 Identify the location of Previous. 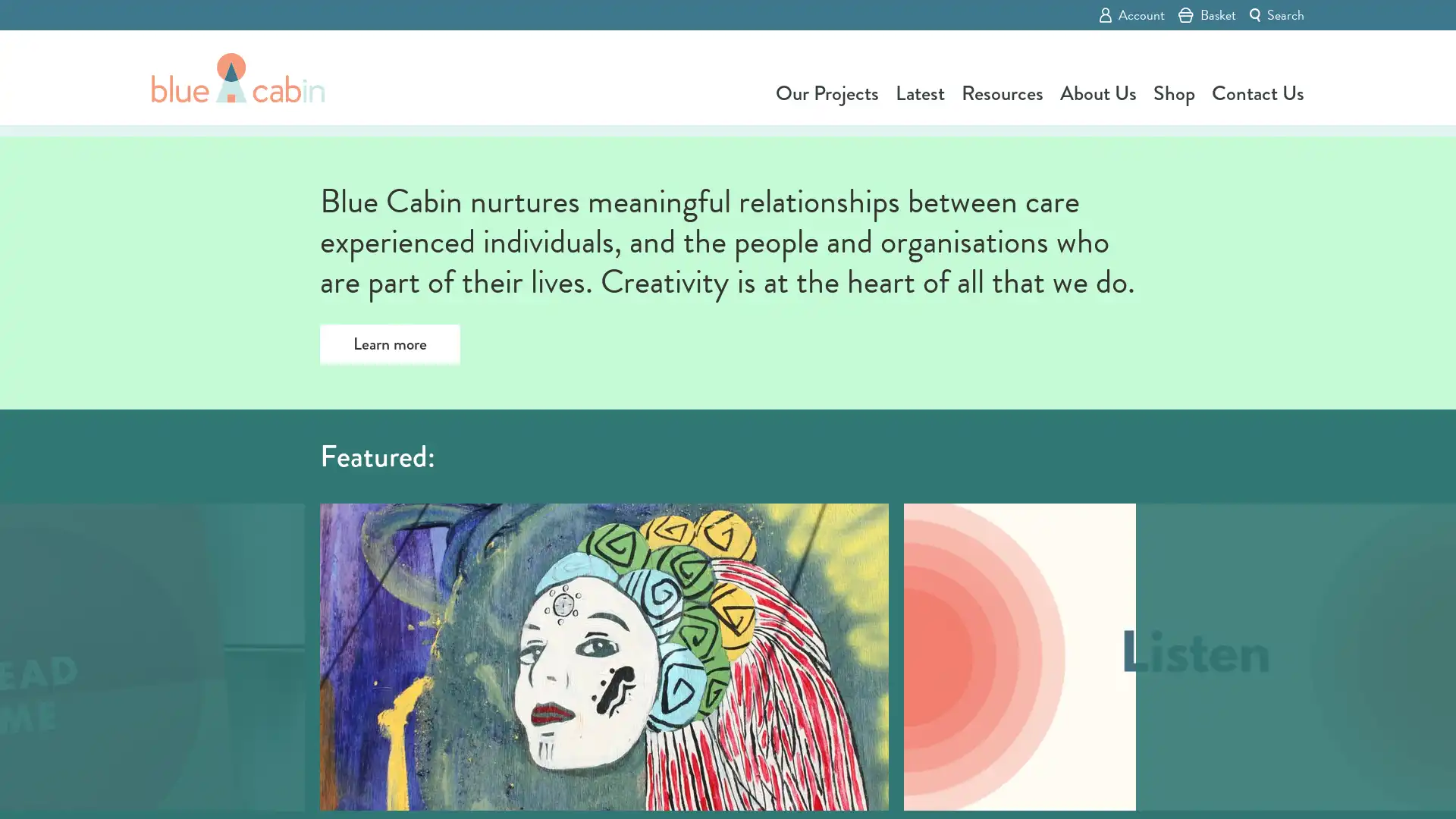
(290, 722).